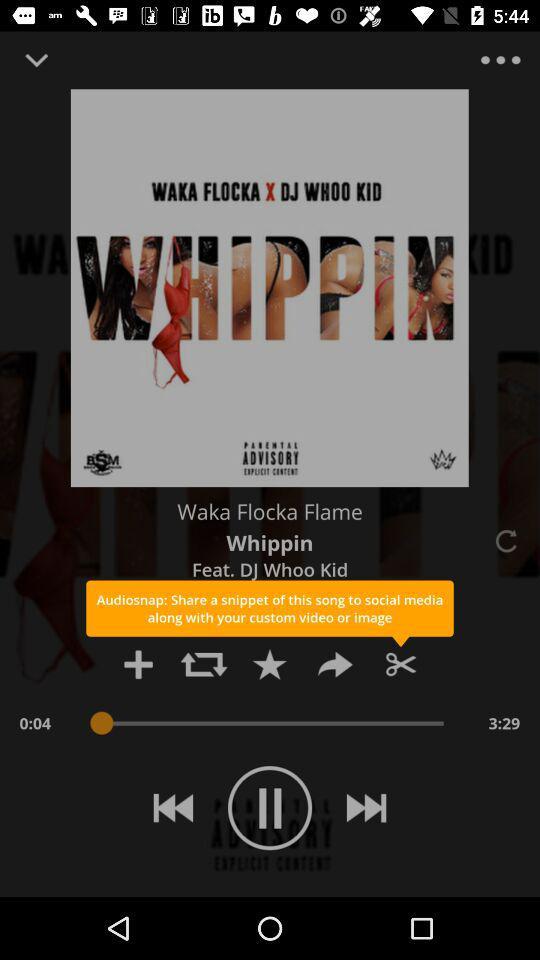  What do you see at coordinates (504, 541) in the screenshot?
I see `the refresh icon` at bounding box center [504, 541].